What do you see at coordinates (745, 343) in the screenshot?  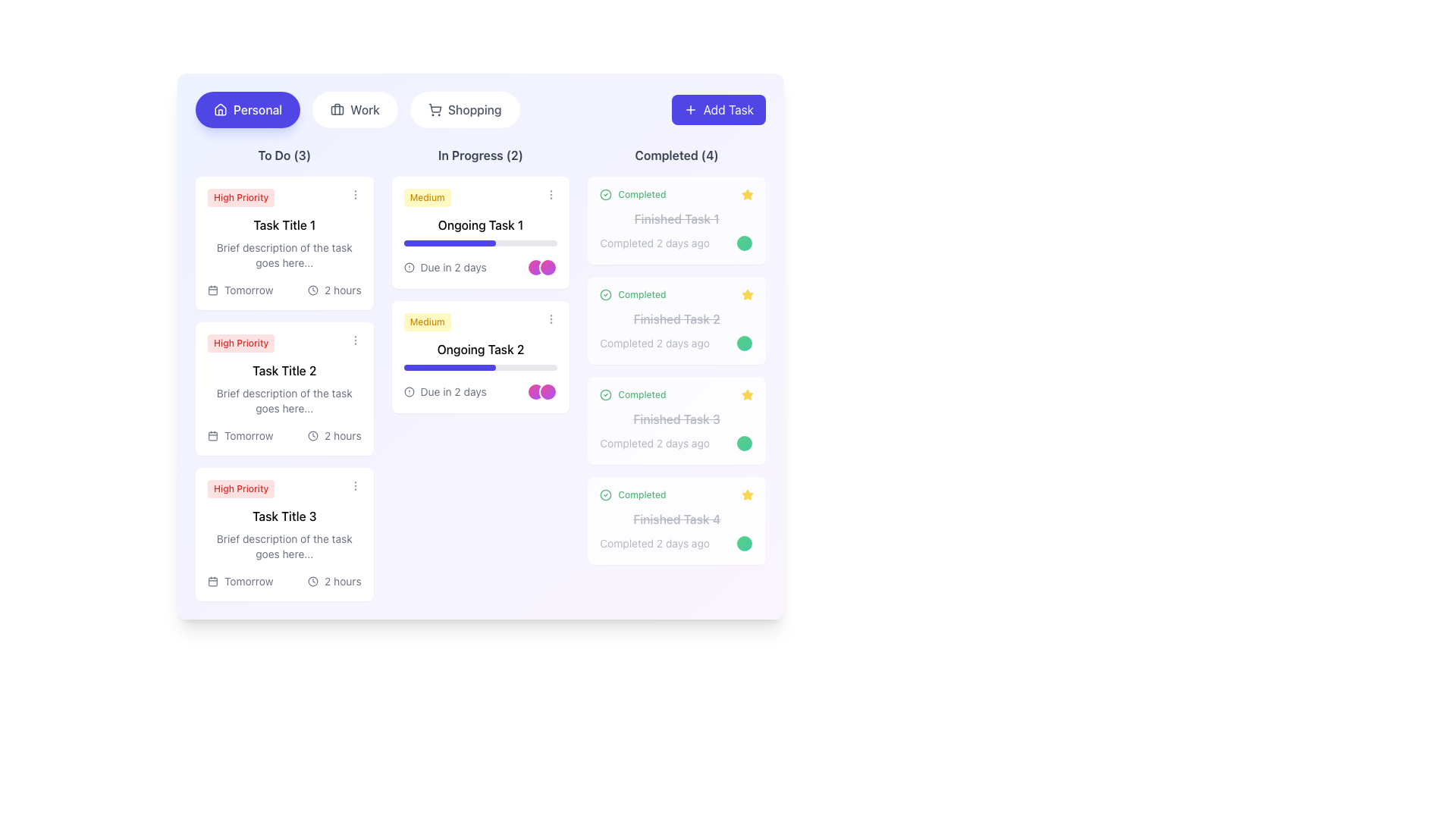 I see `the small, circular State indicator badge with a gradient background located at the far-right side of the 'Completed Task 2' section, aligned with the text 'Completed 2 days ago.'` at bounding box center [745, 343].